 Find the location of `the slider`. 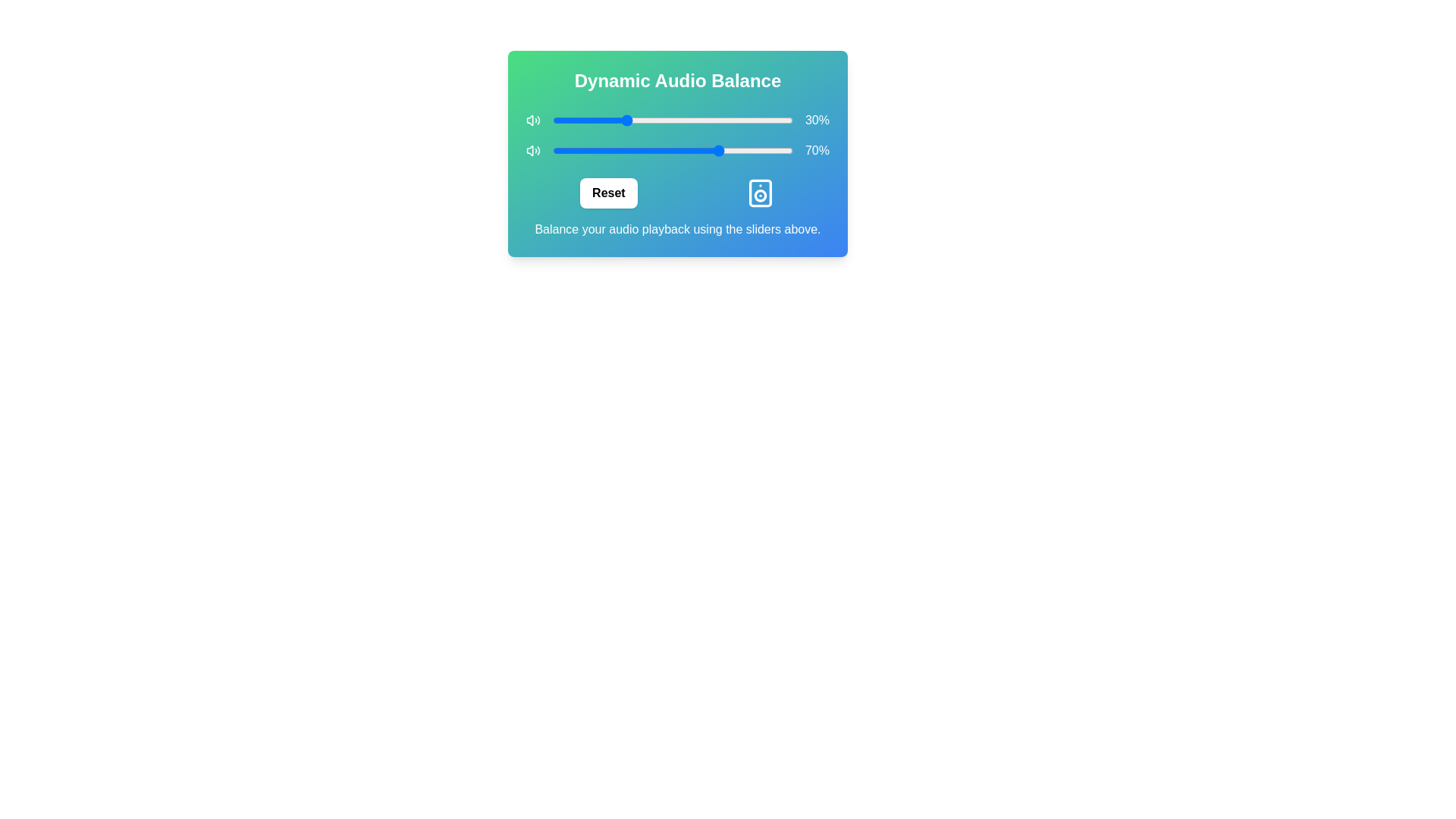

the slider is located at coordinates (730, 119).